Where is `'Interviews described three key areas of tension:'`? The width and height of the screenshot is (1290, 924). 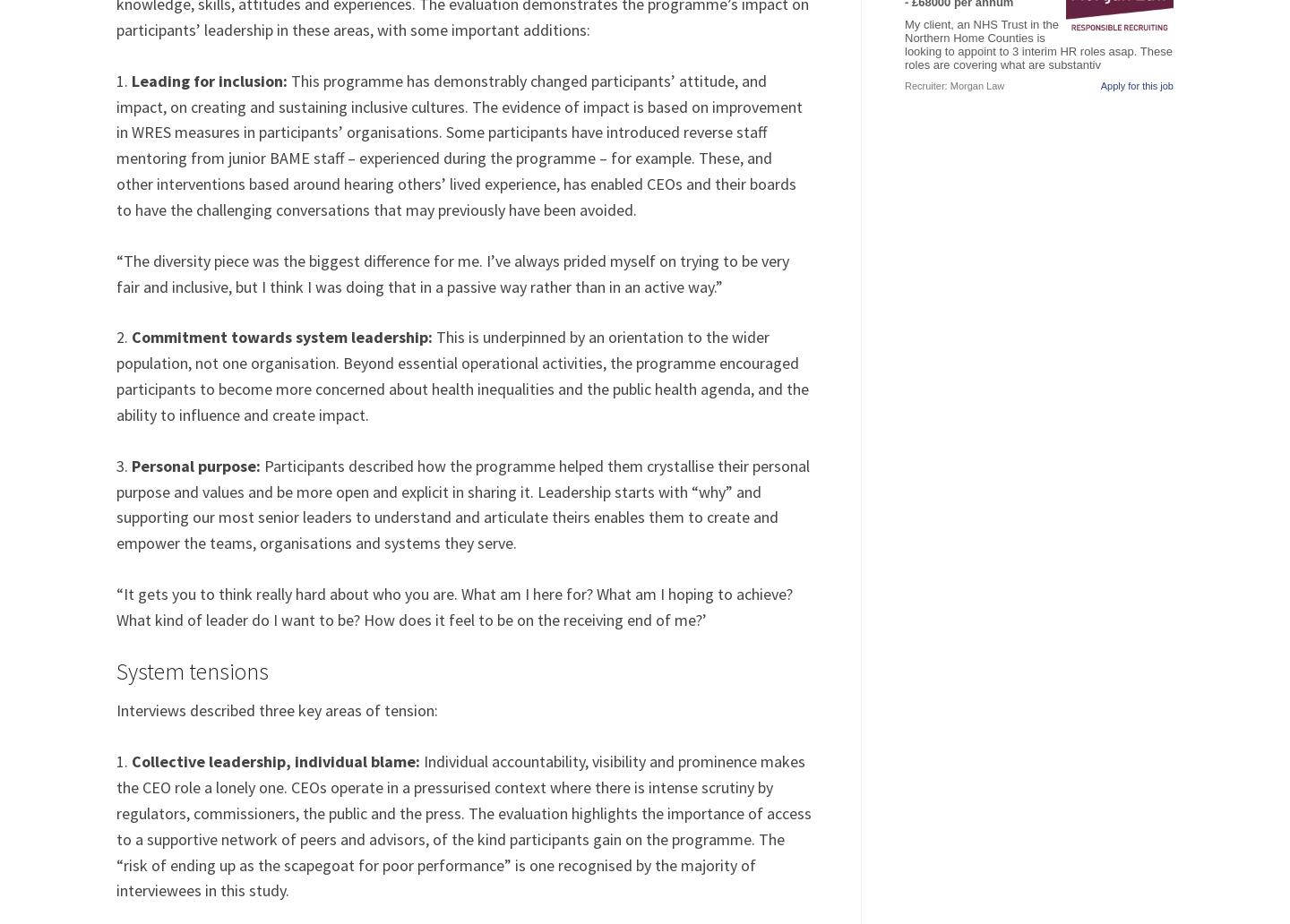
'Interviews described three key areas of tension:' is located at coordinates (277, 710).